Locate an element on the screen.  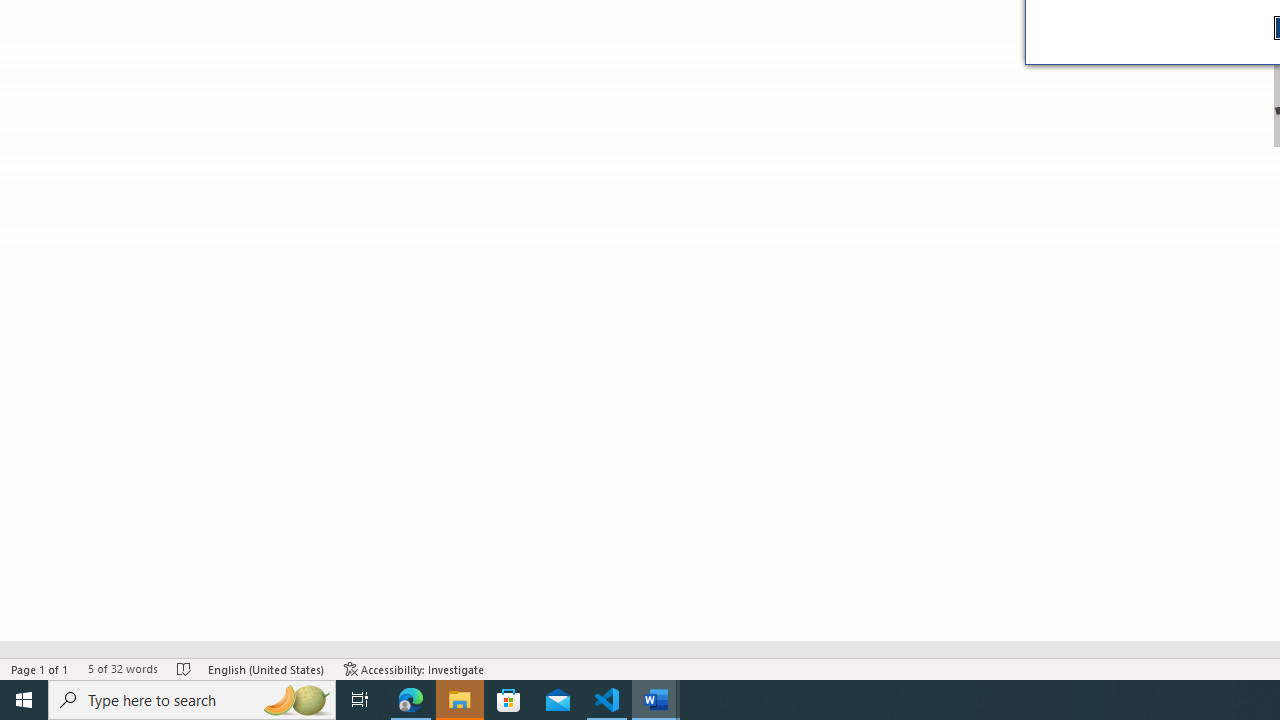
'Microsoft Edge - 1 running window' is located at coordinates (410, 698).